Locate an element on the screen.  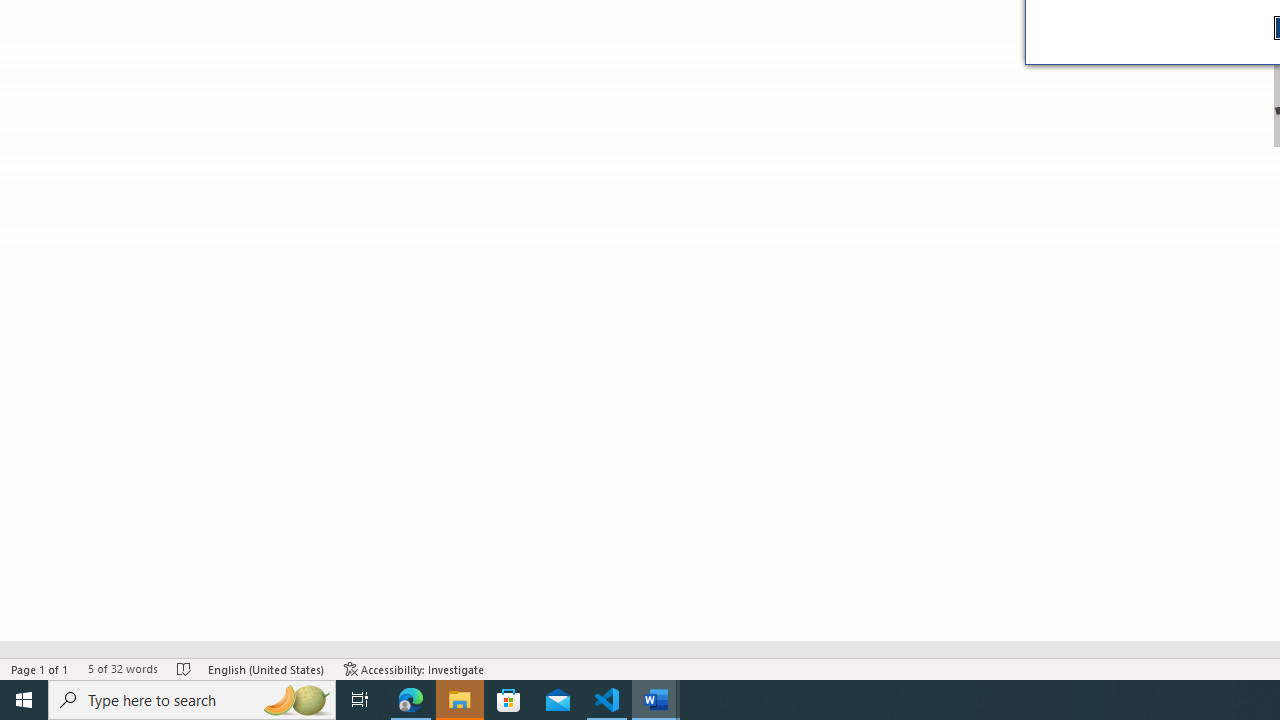
'Microsoft Edge - 1 running window' is located at coordinates (410, 698).